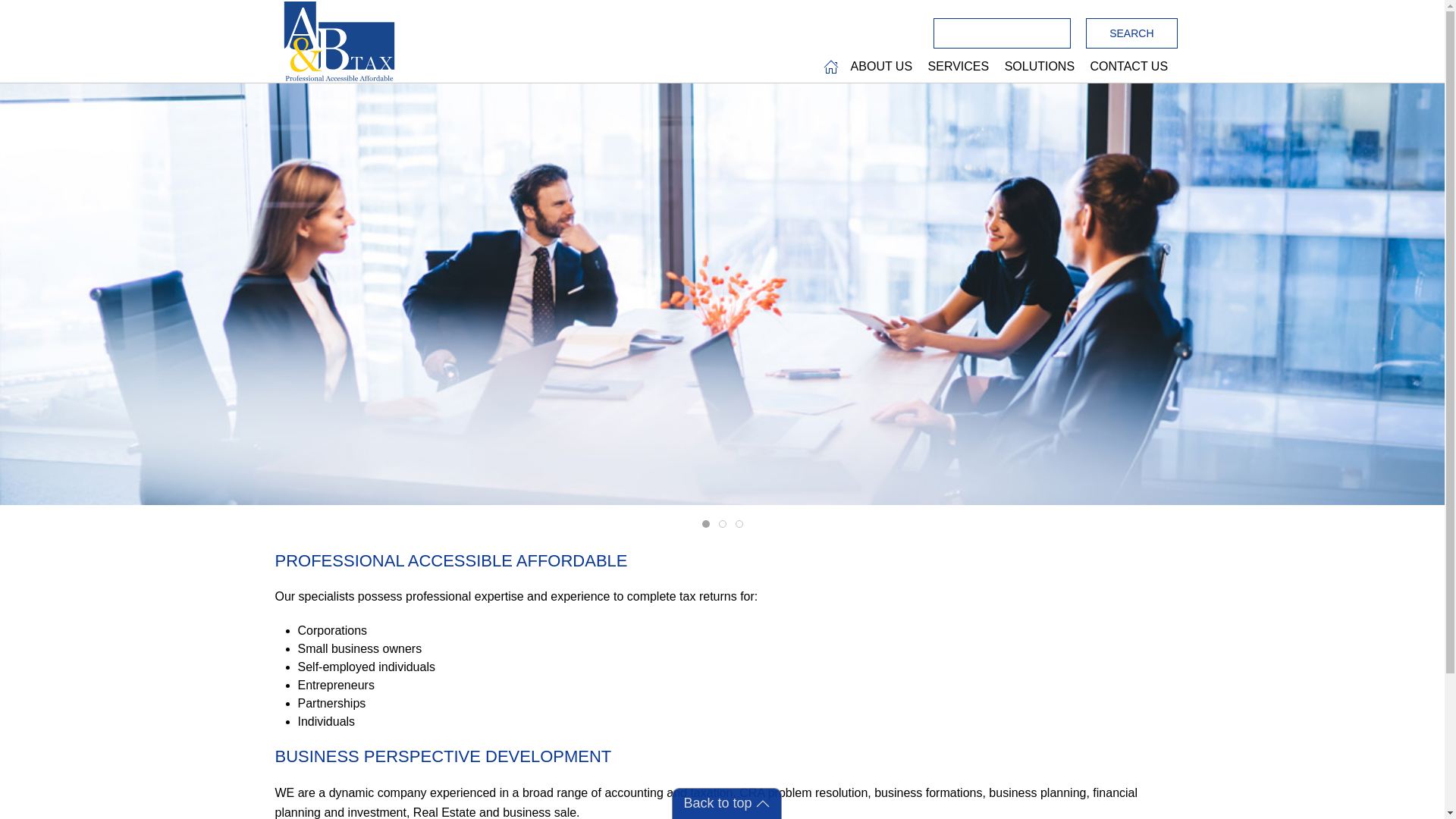 This screenshot has width=1456, height=819. I want to click on 'Search', so click(1131, 33).